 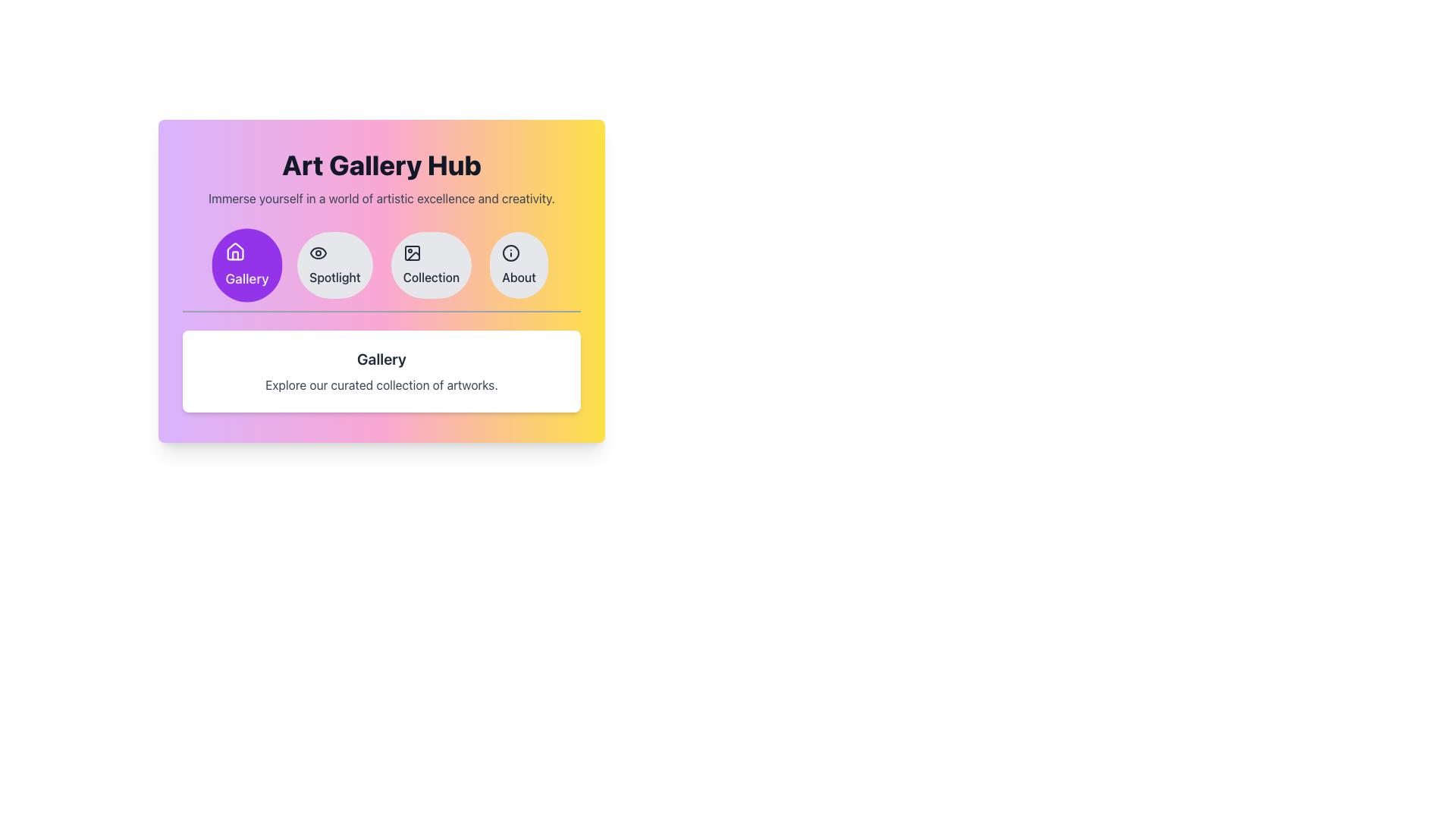 What do you see at coordinates (381, 198) in the screenshot?
I see `the Text Label element displaying 'Immerse yourself in a world of artistic excellence and creativity.' which is positioned below the title 'Art Gallery Hub'` at bounding box center [381, 198].